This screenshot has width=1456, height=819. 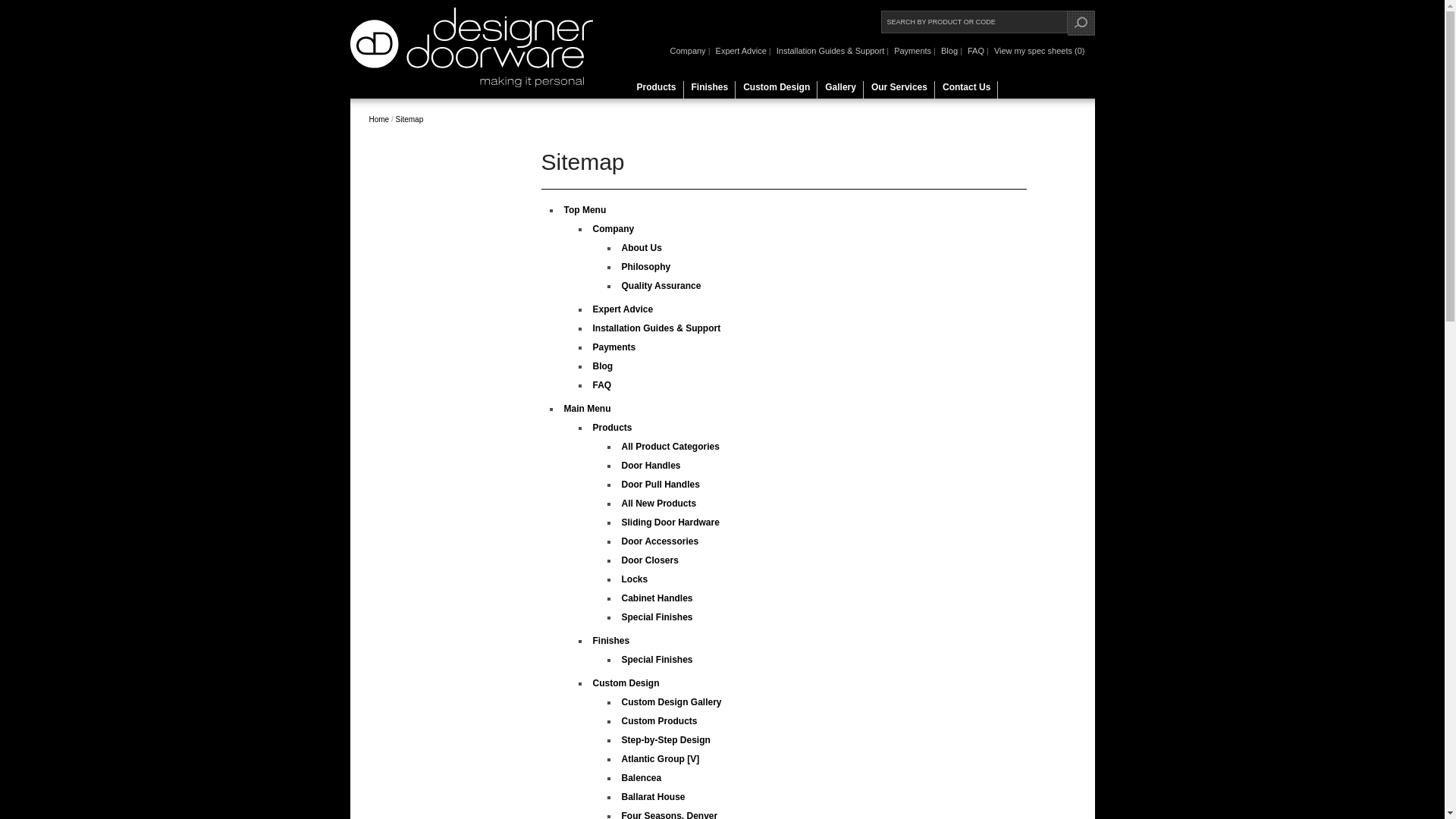 I want to click on 'Sitemap', so click(x=409, y=118).